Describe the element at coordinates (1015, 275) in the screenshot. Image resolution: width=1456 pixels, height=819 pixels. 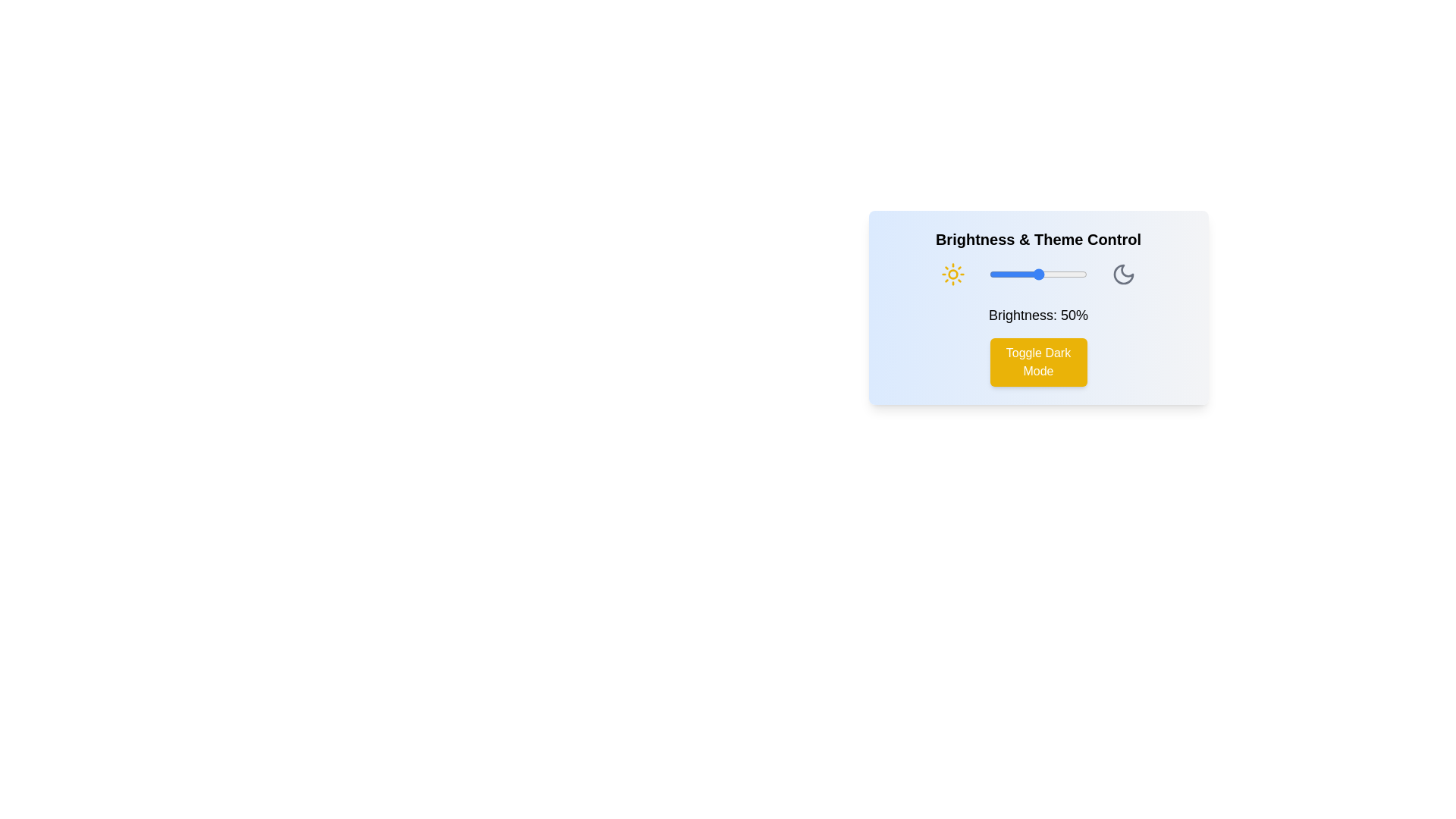
I see `the brightness level to 27% by dragging the slider` at that location.